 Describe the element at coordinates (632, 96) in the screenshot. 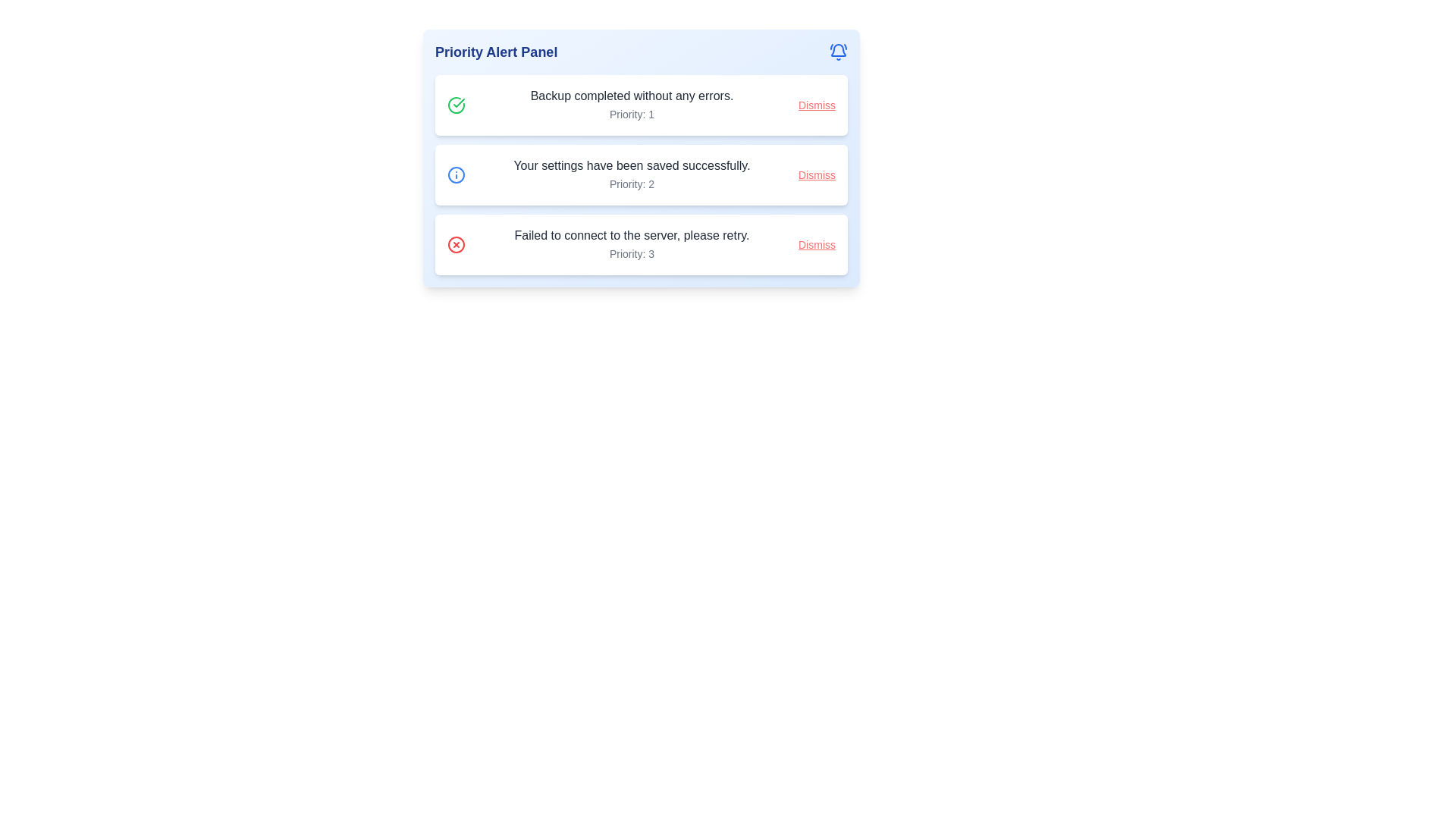

I see `the Text label that indicates the successful completion of a backup operation, located in the first row of the notification panel` at that location.